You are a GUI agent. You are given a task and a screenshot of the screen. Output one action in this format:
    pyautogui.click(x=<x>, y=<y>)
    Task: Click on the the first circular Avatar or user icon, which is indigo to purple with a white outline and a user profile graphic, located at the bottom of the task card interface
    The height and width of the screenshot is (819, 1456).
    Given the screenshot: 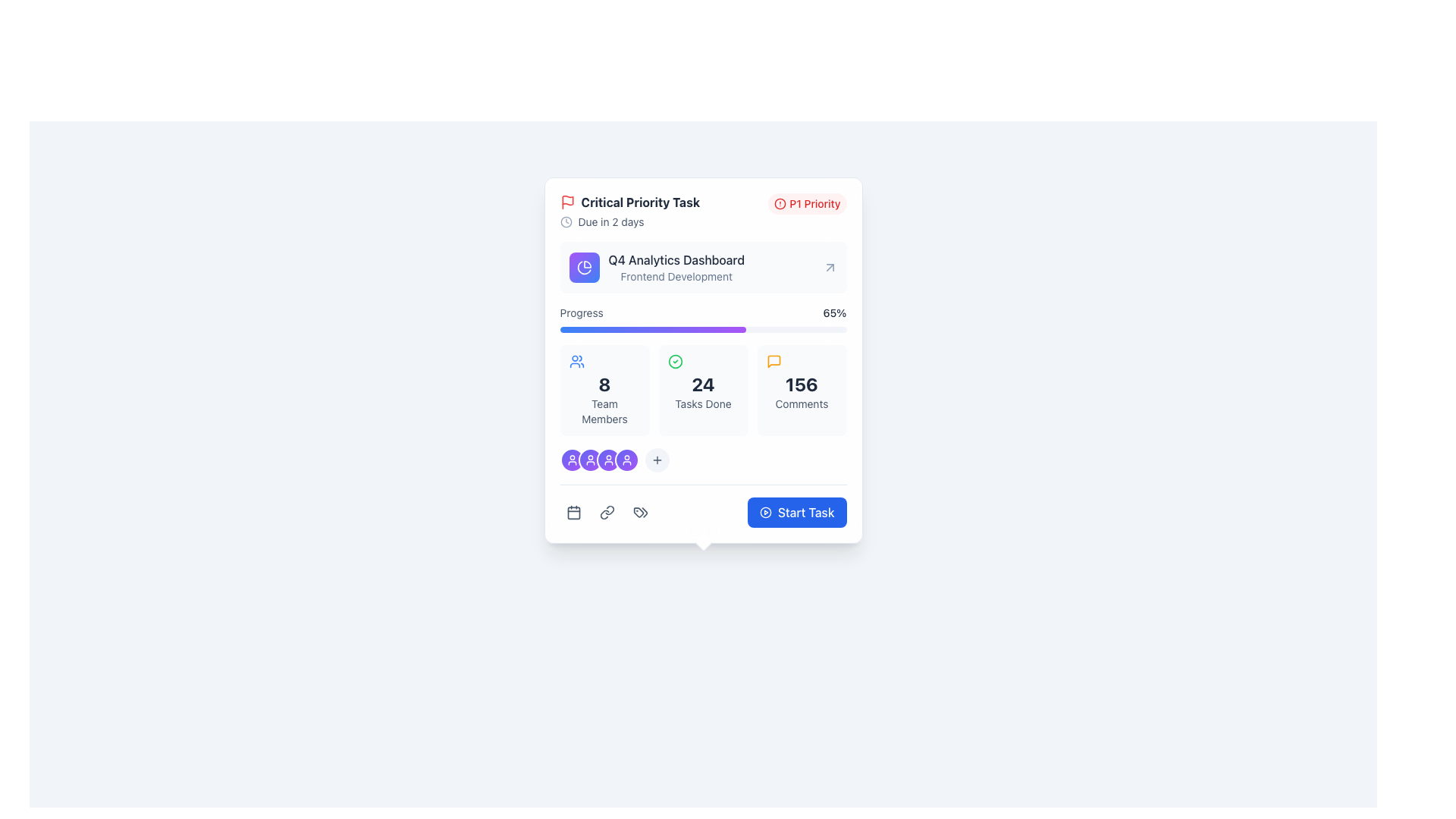 What is the action you would take?
    pyautogui.click(x=571, y=459)
    